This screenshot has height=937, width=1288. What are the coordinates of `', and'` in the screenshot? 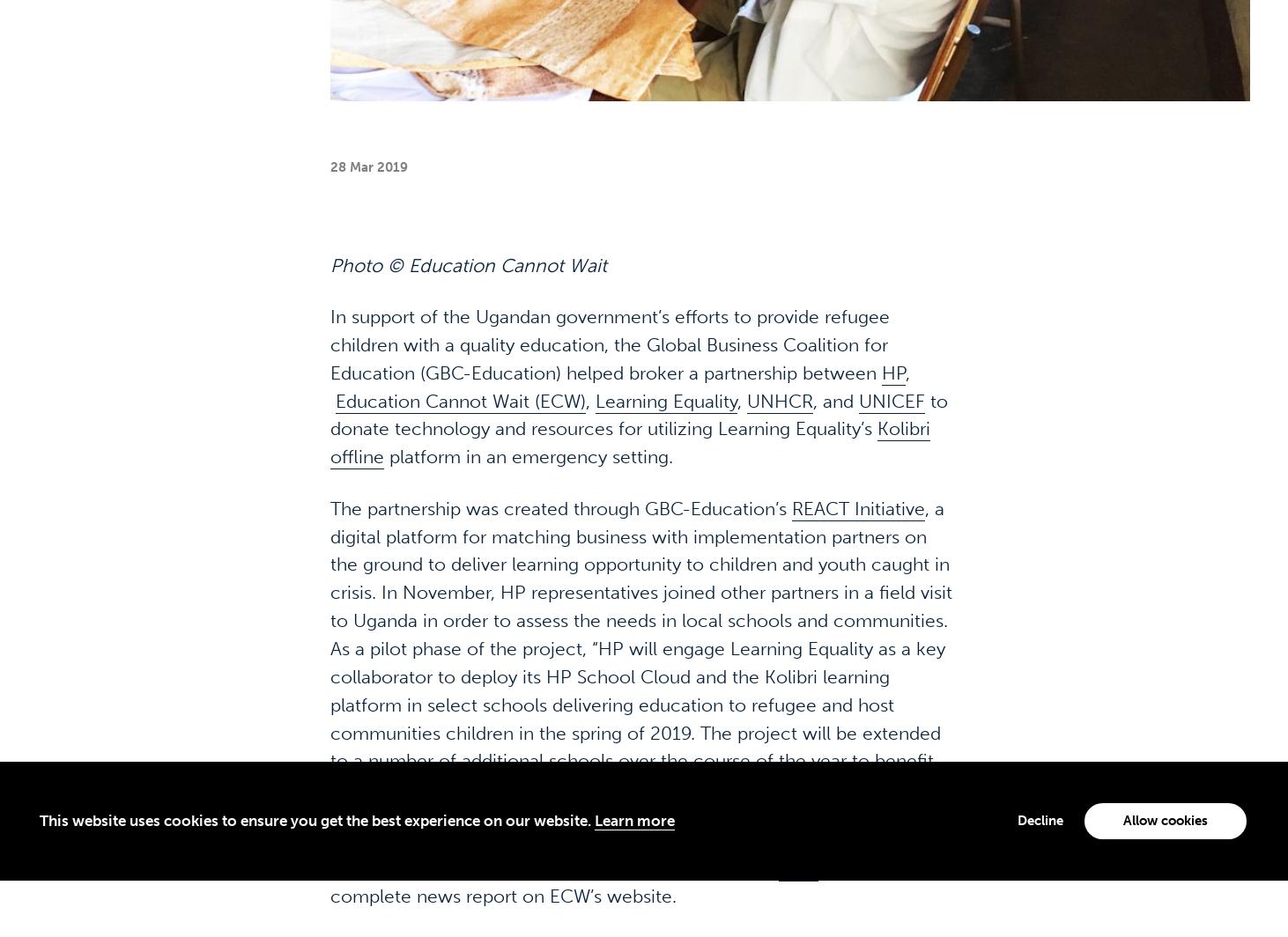 It's located at (835, 344).